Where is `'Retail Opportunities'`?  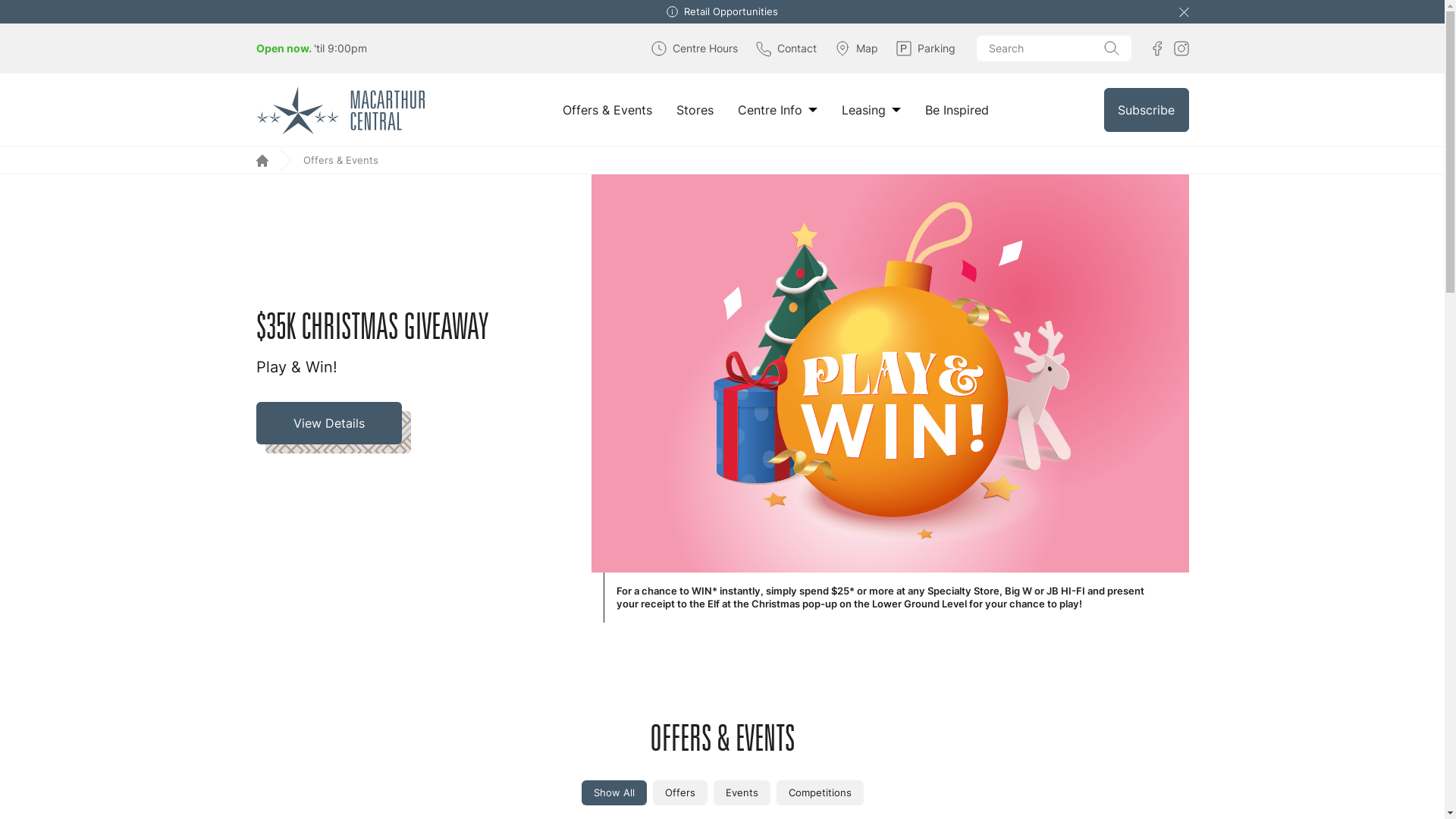
'Retail Opportunities' is located at coordinates (731, 11).